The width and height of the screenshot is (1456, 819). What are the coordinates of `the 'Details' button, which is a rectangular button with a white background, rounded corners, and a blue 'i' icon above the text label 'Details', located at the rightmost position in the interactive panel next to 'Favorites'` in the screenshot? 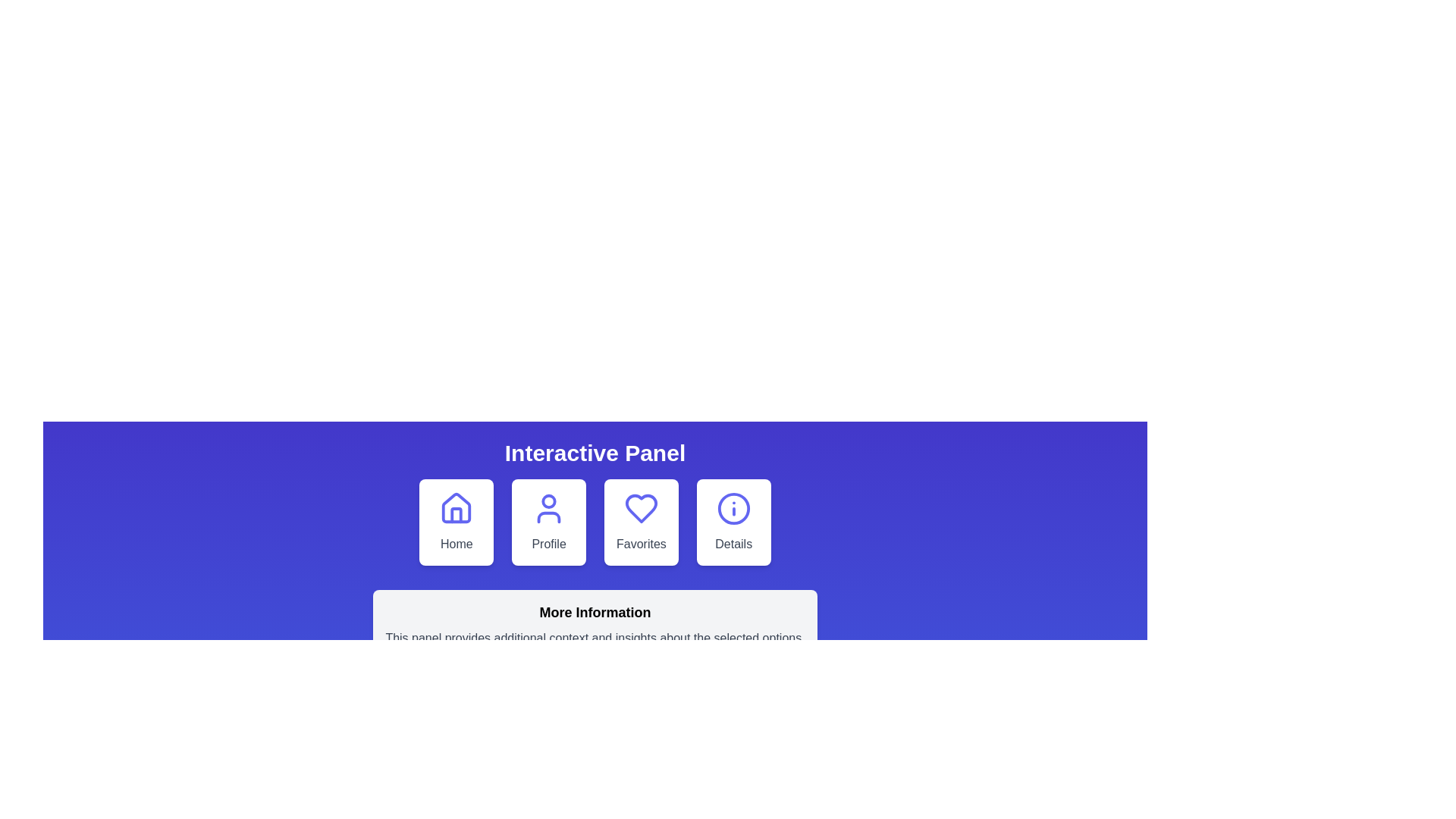 It's located at (733, 522).